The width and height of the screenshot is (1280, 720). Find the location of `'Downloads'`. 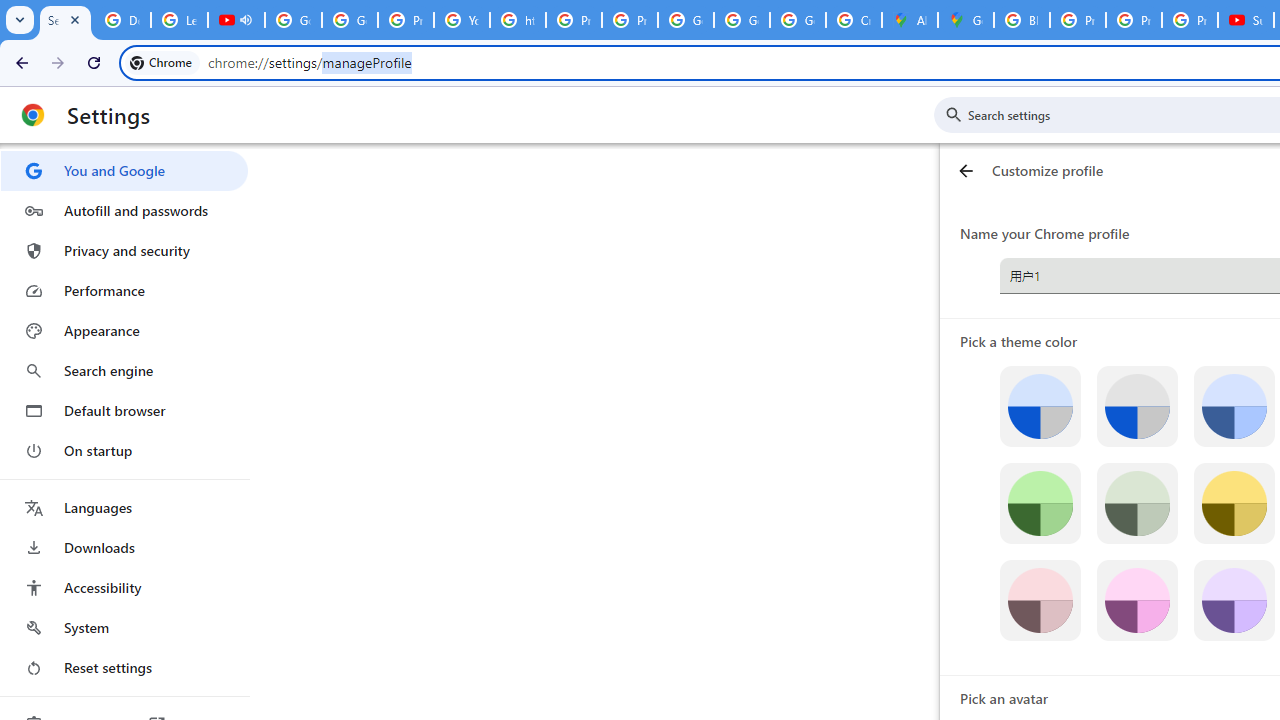

'Downloads' is located at coordinates (123, 547).